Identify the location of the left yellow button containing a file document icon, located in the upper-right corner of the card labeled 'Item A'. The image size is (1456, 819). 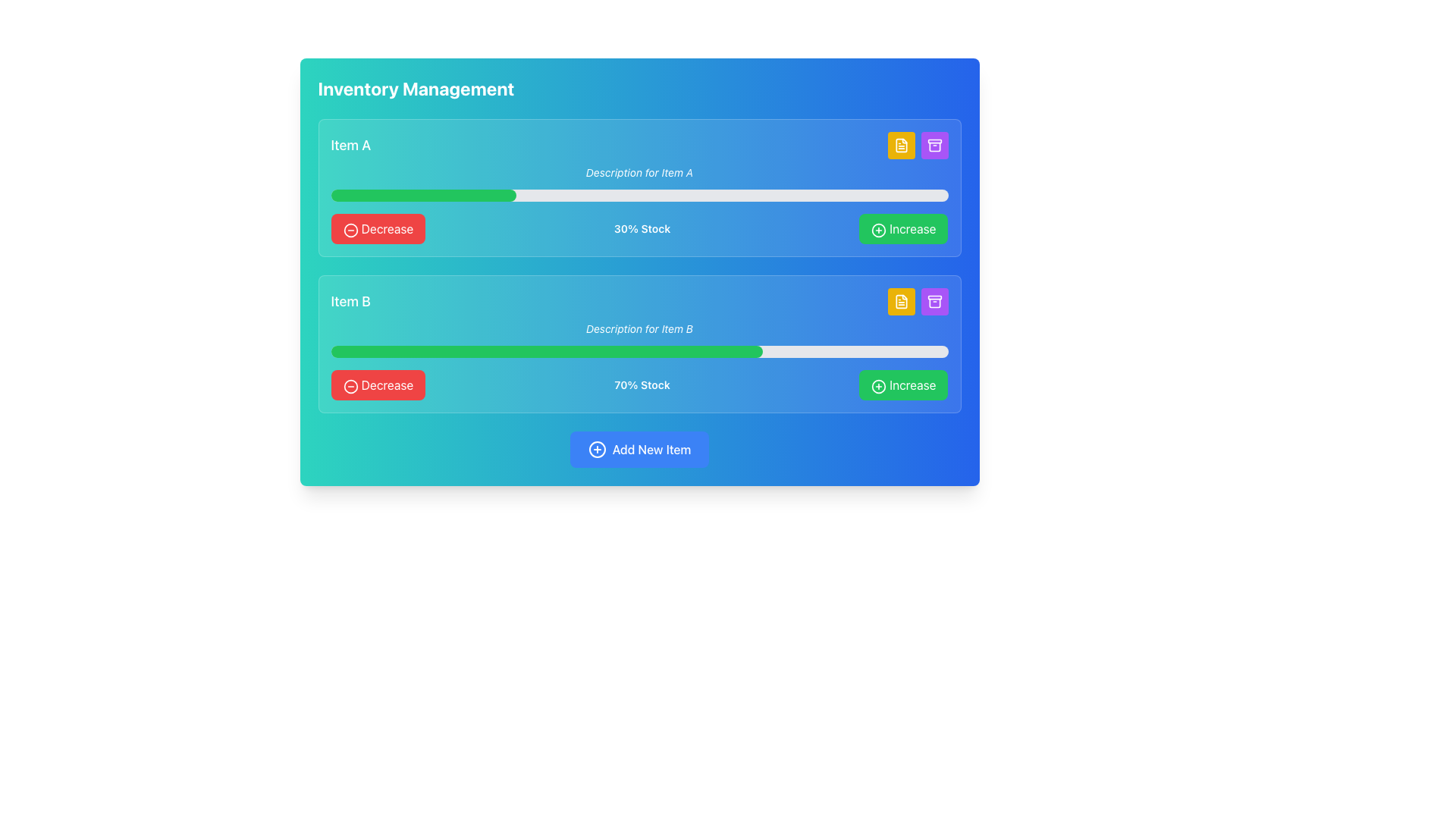
(917, 146).